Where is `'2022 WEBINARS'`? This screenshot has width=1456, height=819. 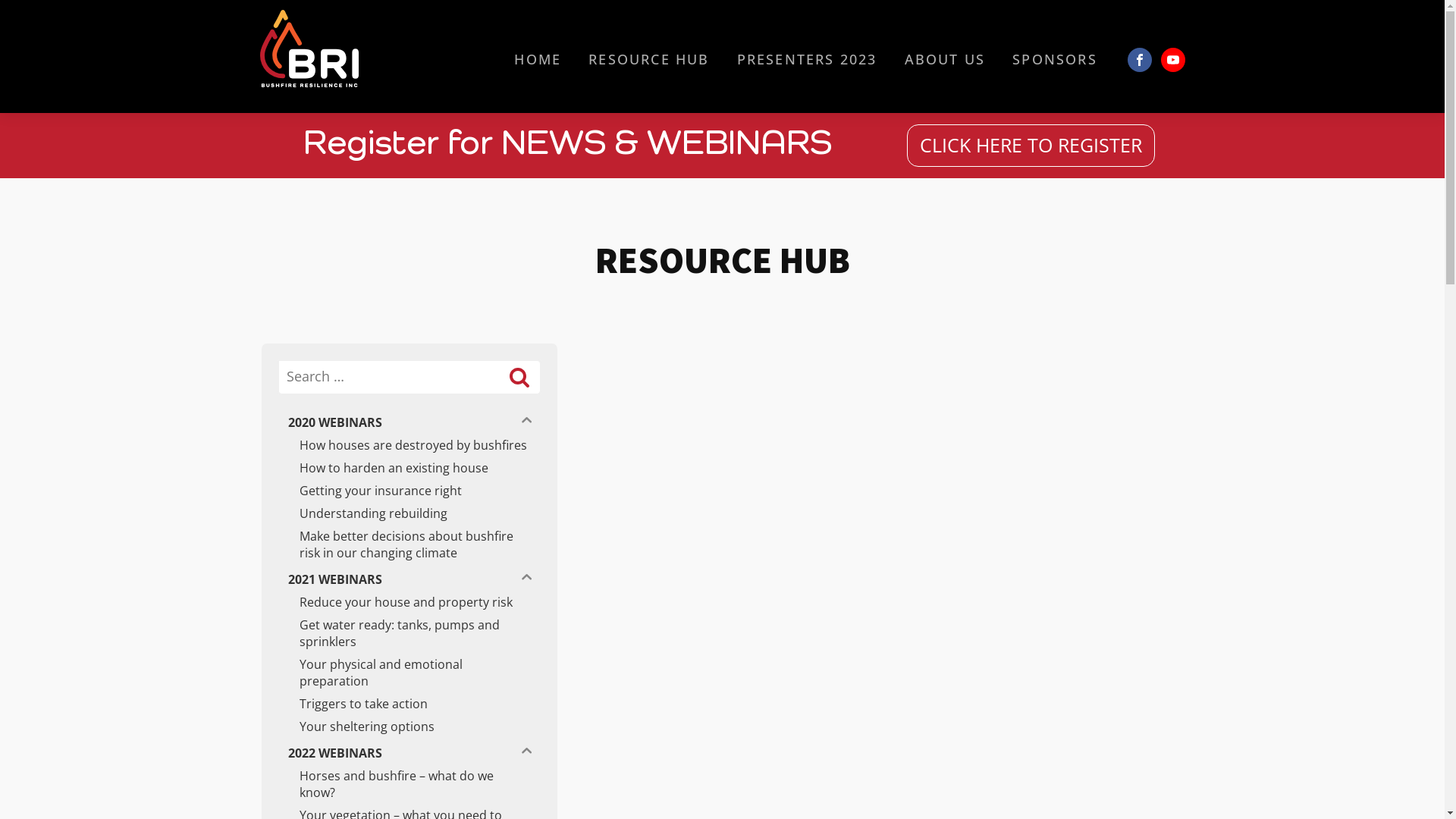 '2022 WEBINARS' is located at coordinates (393, 752).